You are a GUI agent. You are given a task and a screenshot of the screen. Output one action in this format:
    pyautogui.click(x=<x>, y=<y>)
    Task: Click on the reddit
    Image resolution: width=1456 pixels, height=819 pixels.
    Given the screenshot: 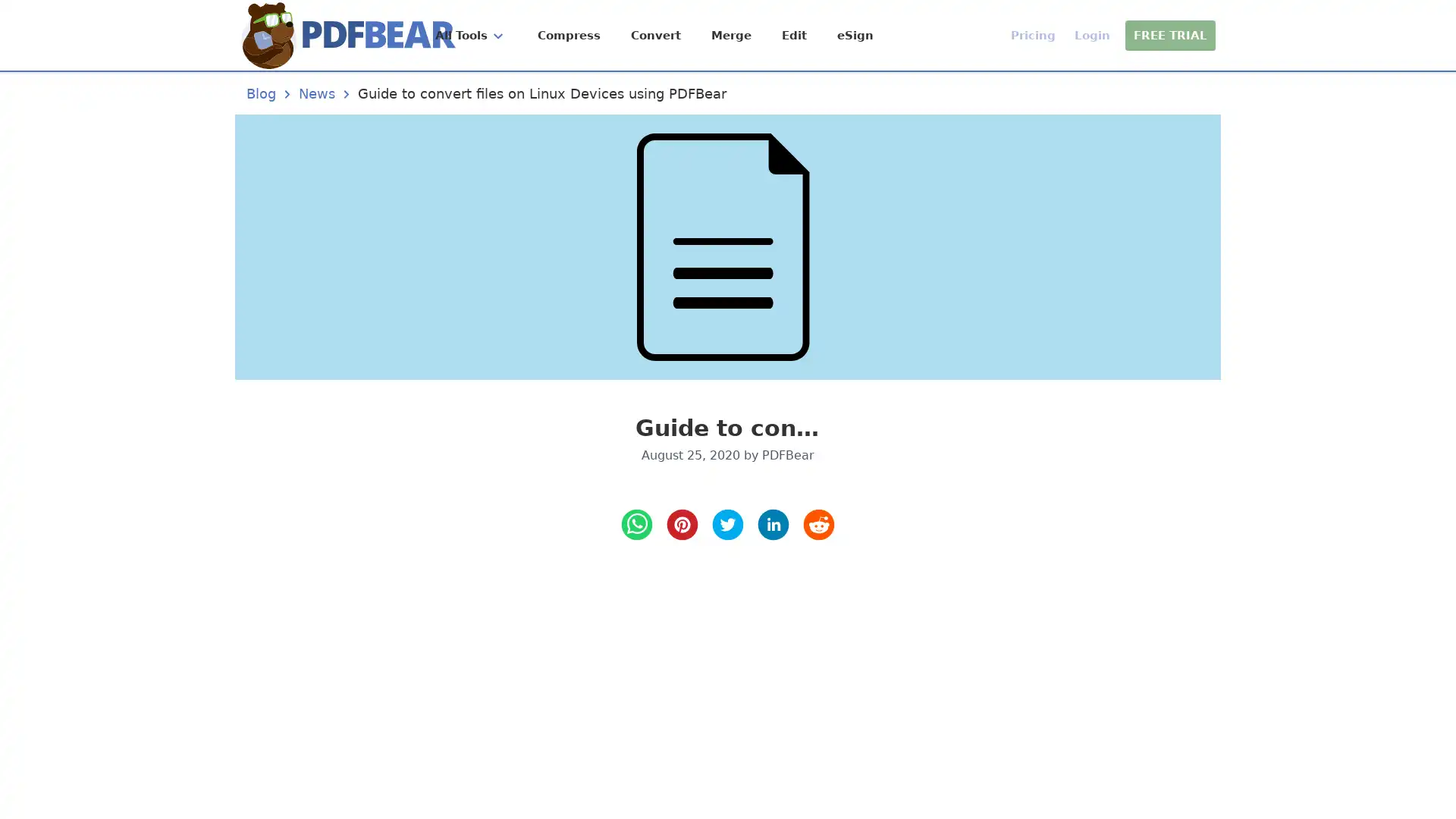 What is the action you would take?
    pyautogui.click(x=818, y=523)
    